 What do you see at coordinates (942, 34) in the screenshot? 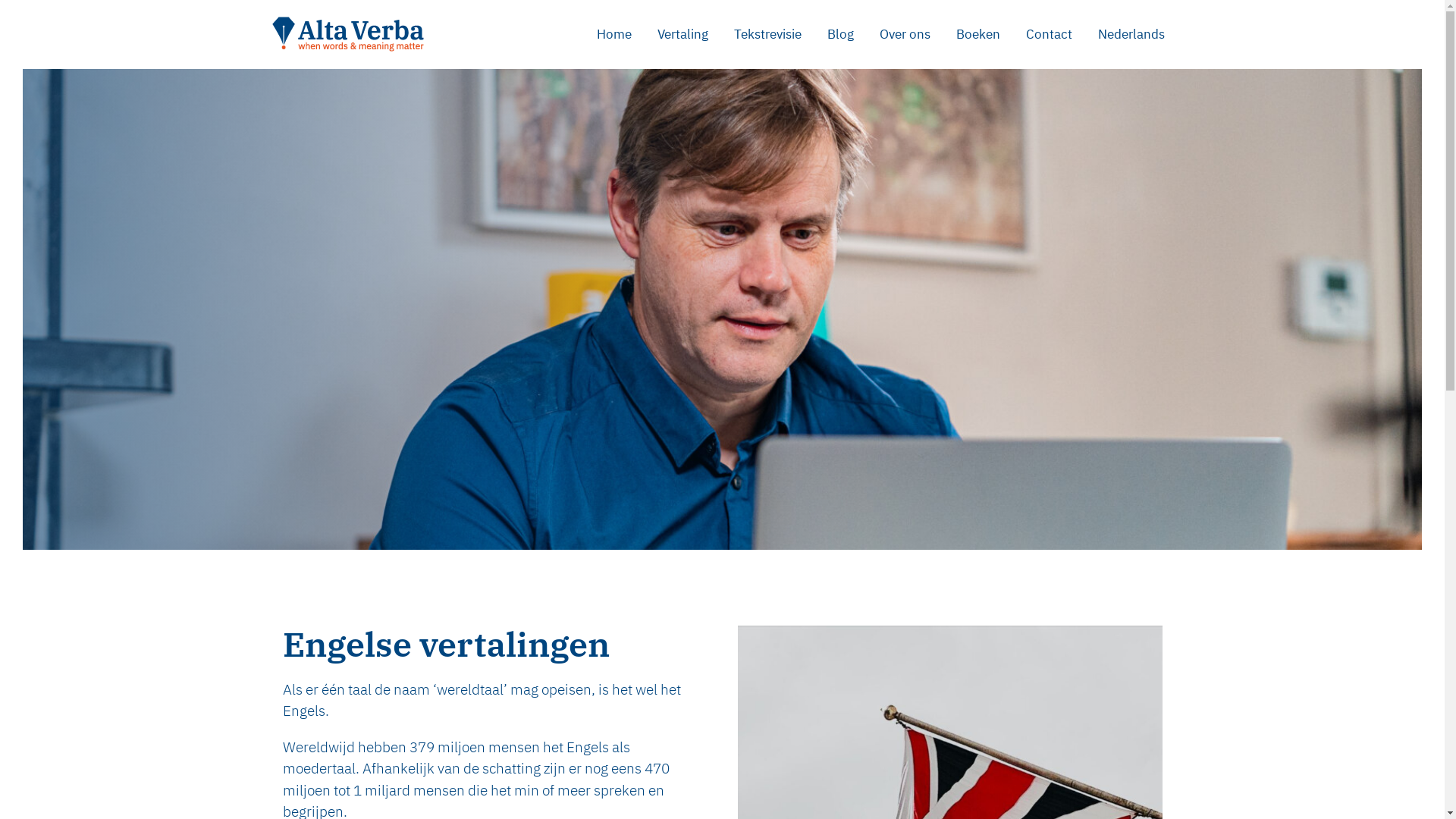
I see `'Boeken'` at bounding box center [942, 34].